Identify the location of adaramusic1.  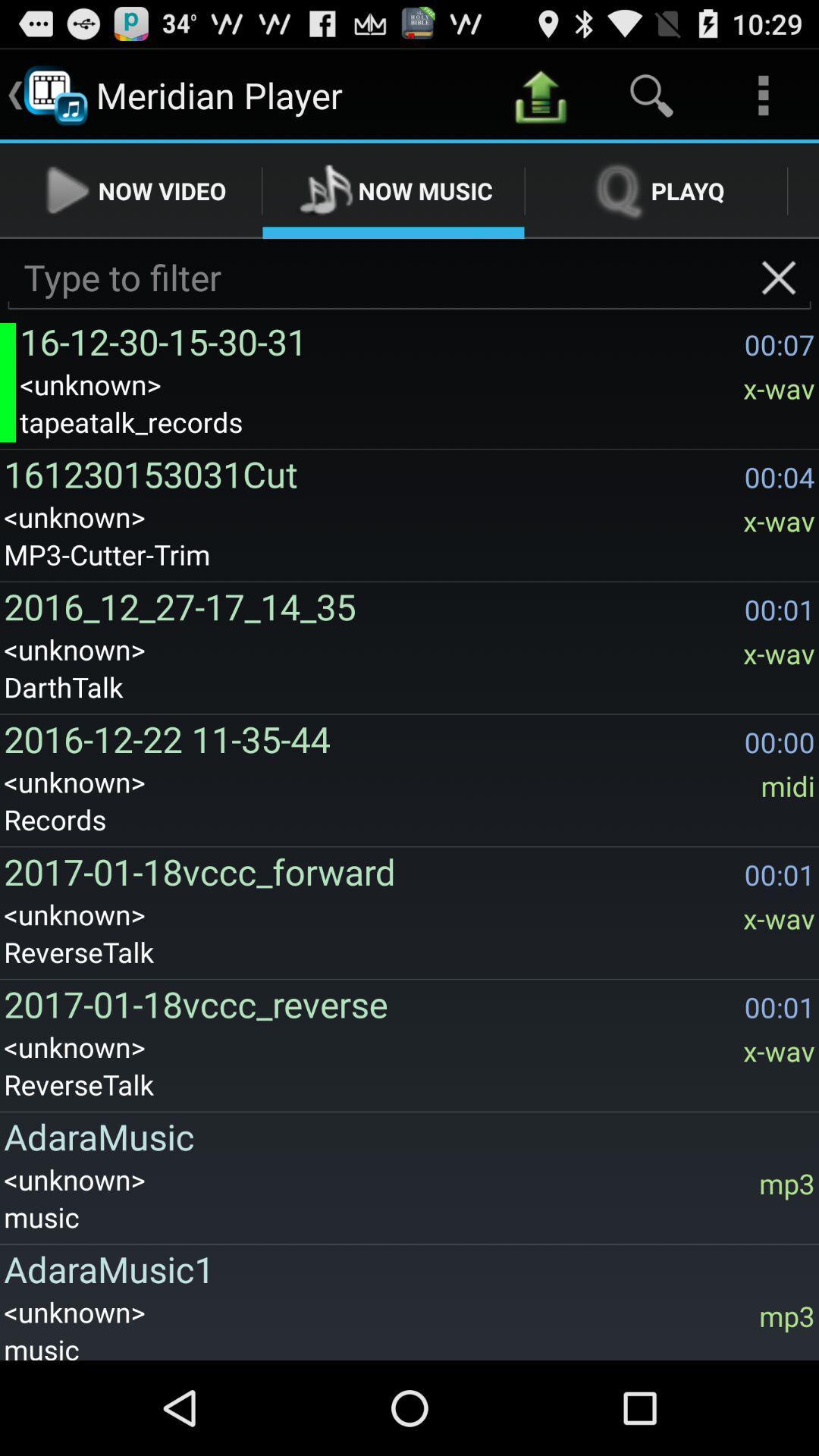
(404, 1269).